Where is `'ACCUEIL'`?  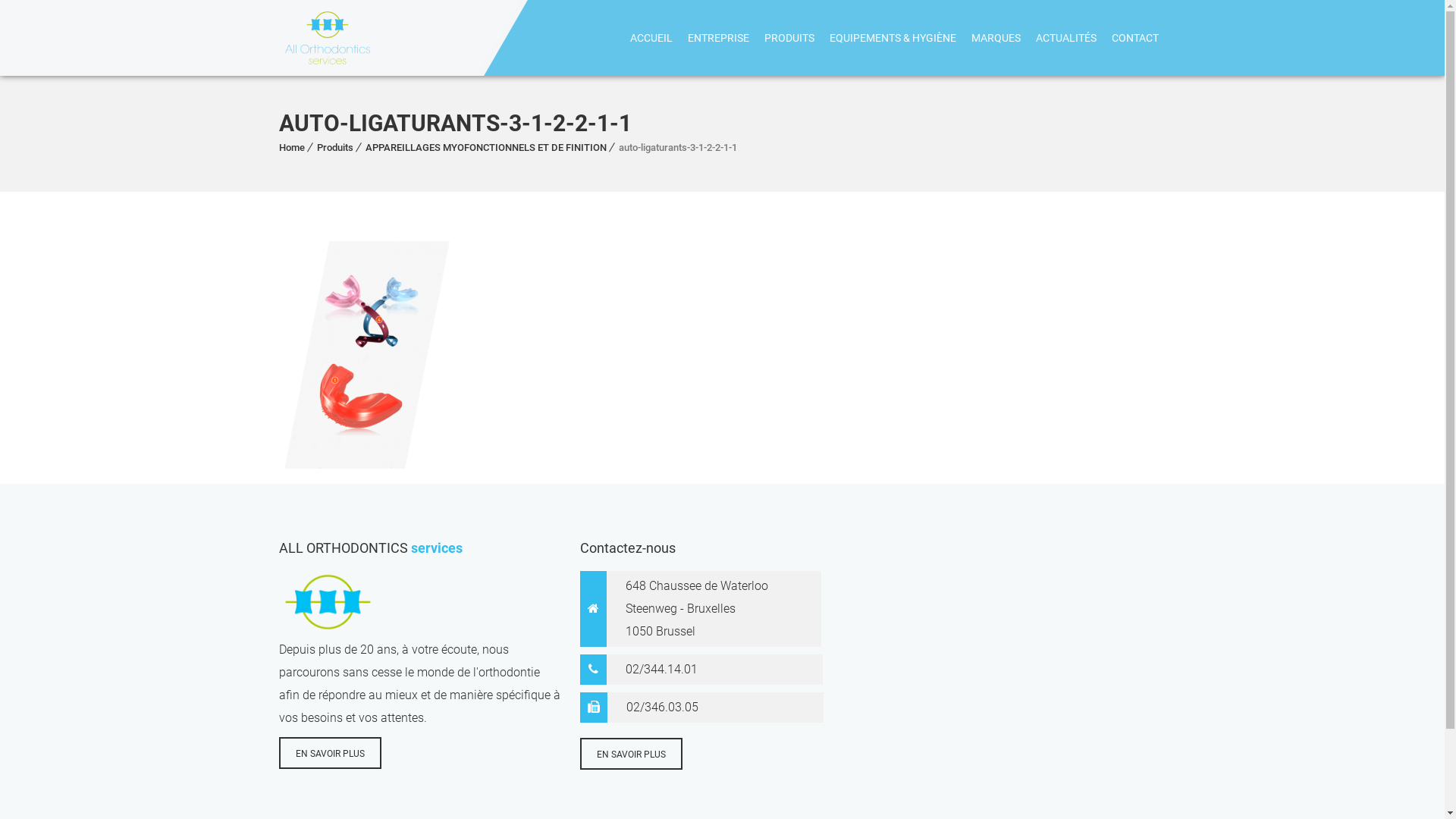
'ACCUEIL' is located at coordinates (651, 37).